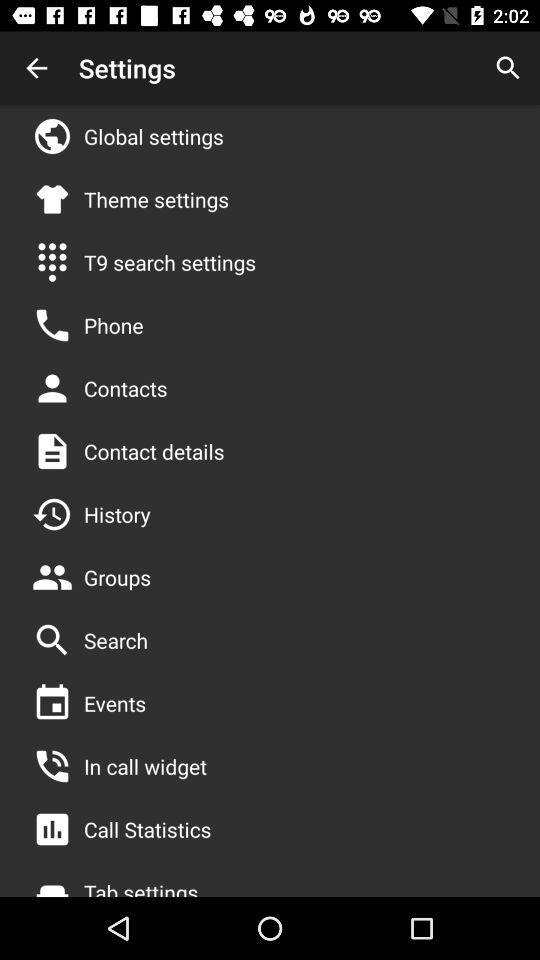 This screenshot has width=540, height=960. What do you see at coordinates (146, 829) in the screenshot?
I see `call statistics item` at bounding box center [146, 829].